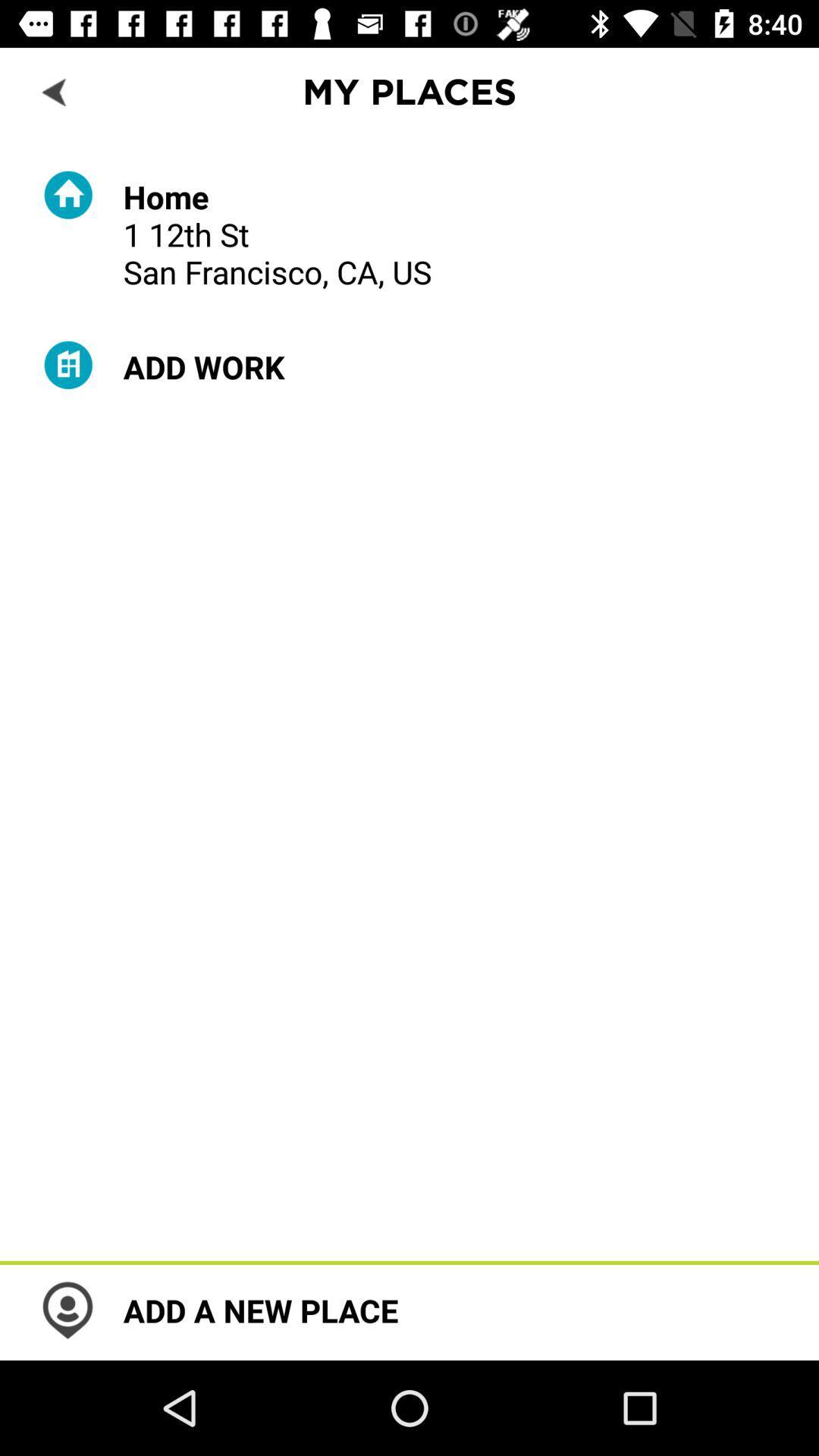 The image size is (819, 1456). Describe the element at coordinates (278, 233) in the screenshot. I see `the item above the add work` at that location.